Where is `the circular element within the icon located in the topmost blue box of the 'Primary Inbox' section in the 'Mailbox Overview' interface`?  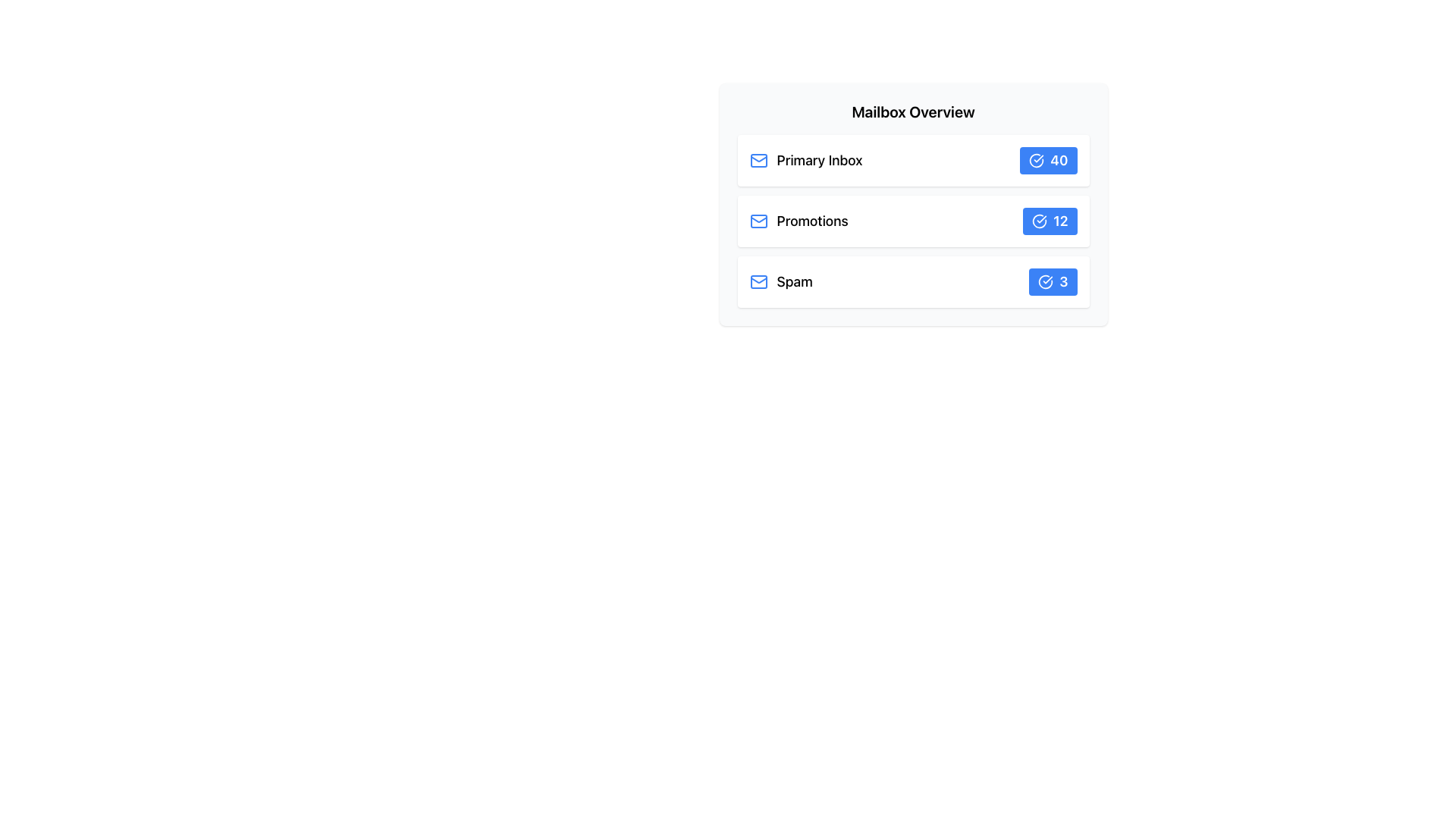 the circular element within the icon located in the topmost blue box of the 'Primary Inbox' section in the 'Mailbox Overview' interface is located at coordinates (1036, 161).